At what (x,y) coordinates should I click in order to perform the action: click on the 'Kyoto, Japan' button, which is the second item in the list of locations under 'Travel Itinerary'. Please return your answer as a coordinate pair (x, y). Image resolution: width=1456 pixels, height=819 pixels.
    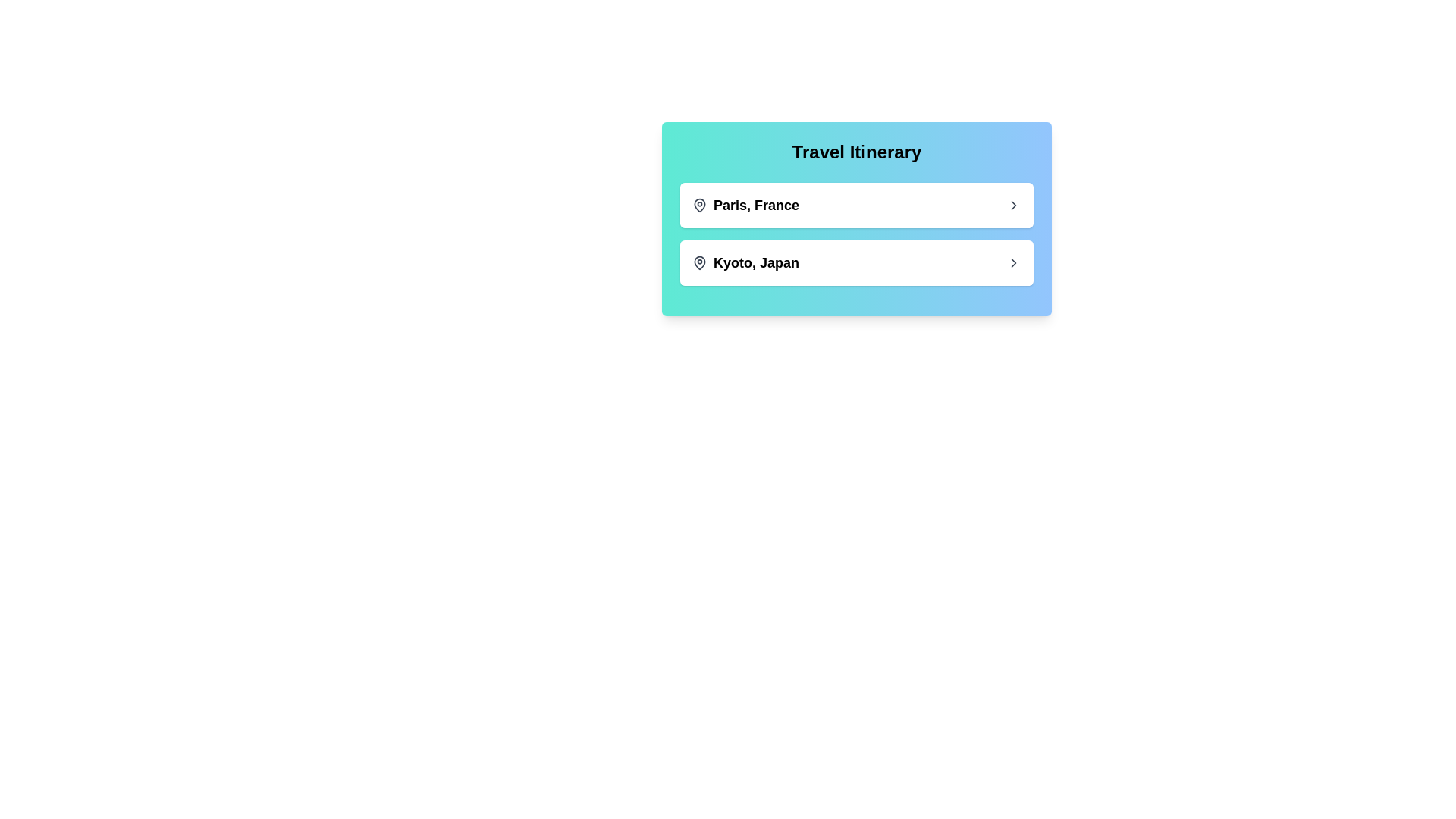
    Looking at the image, I should click on (856, 262).